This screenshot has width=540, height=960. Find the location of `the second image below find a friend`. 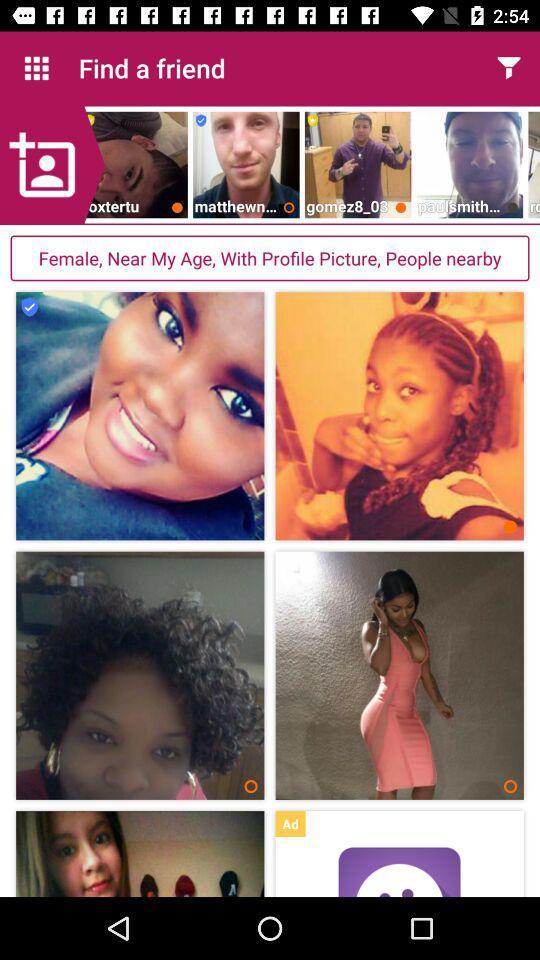

the second image below find a friend is located at coordinates (246, 164).